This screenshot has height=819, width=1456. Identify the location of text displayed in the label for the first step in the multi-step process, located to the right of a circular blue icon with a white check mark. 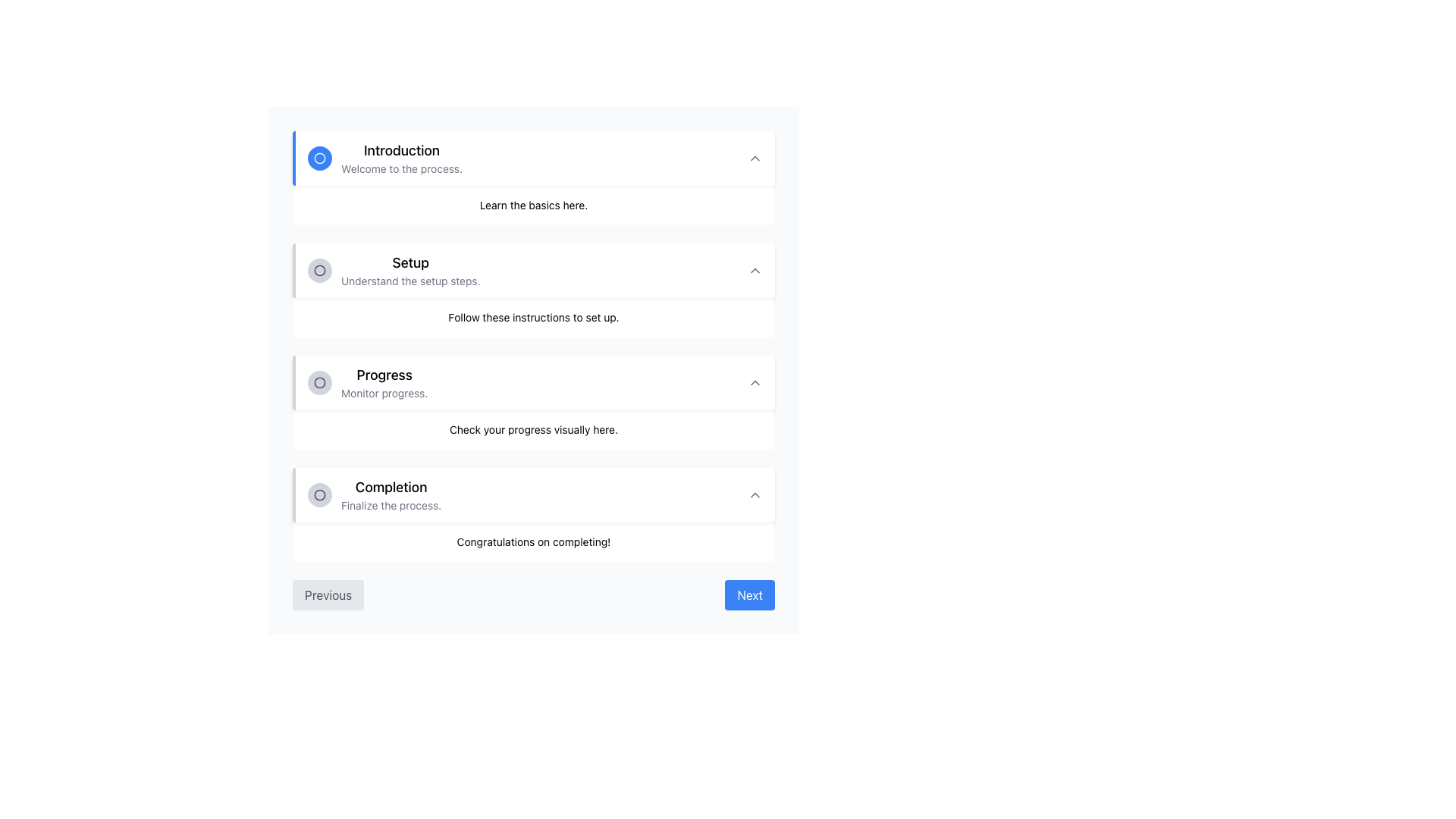
(402, 158).